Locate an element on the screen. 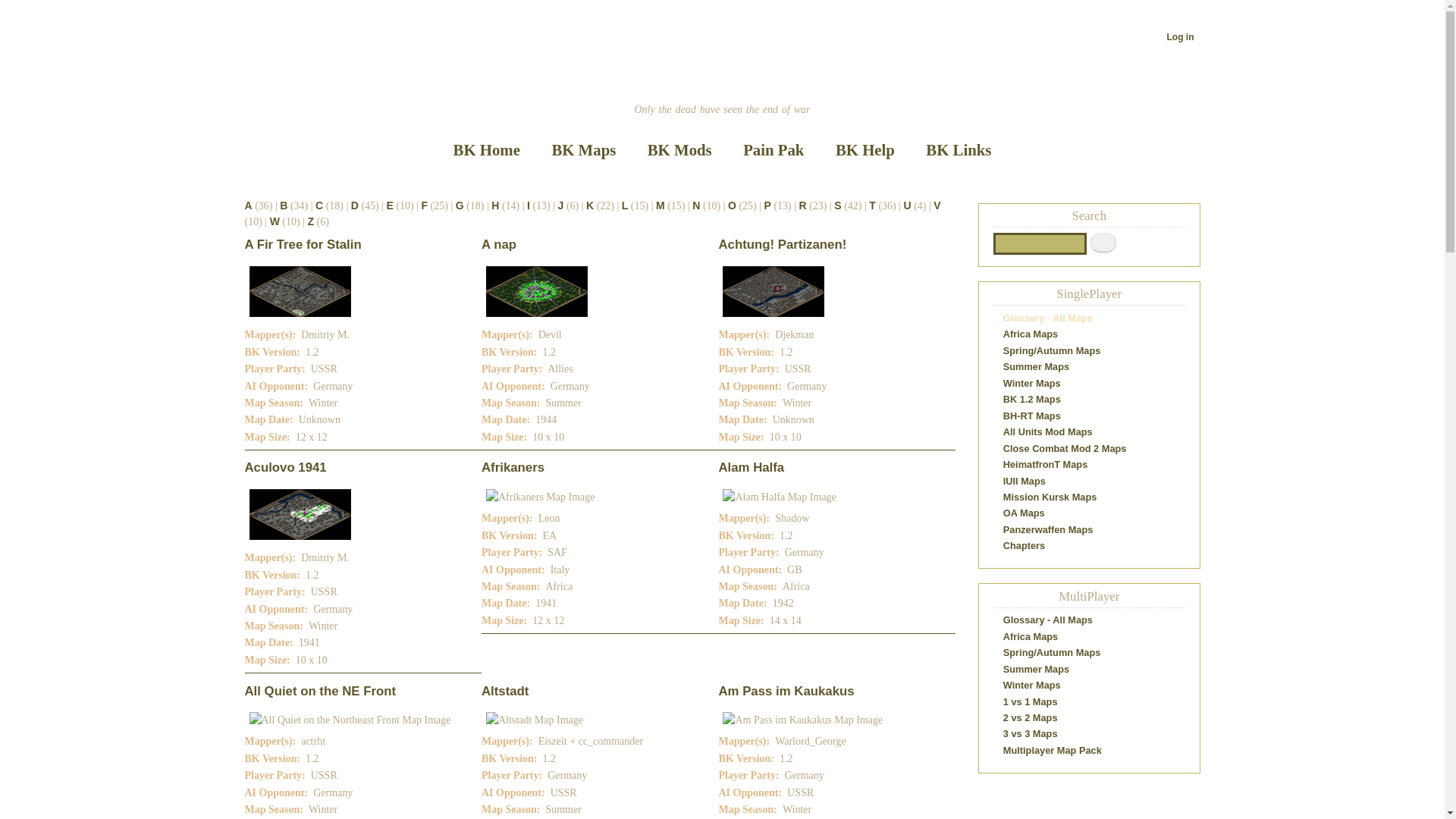  'Z' is located at coordinates (310, 221).